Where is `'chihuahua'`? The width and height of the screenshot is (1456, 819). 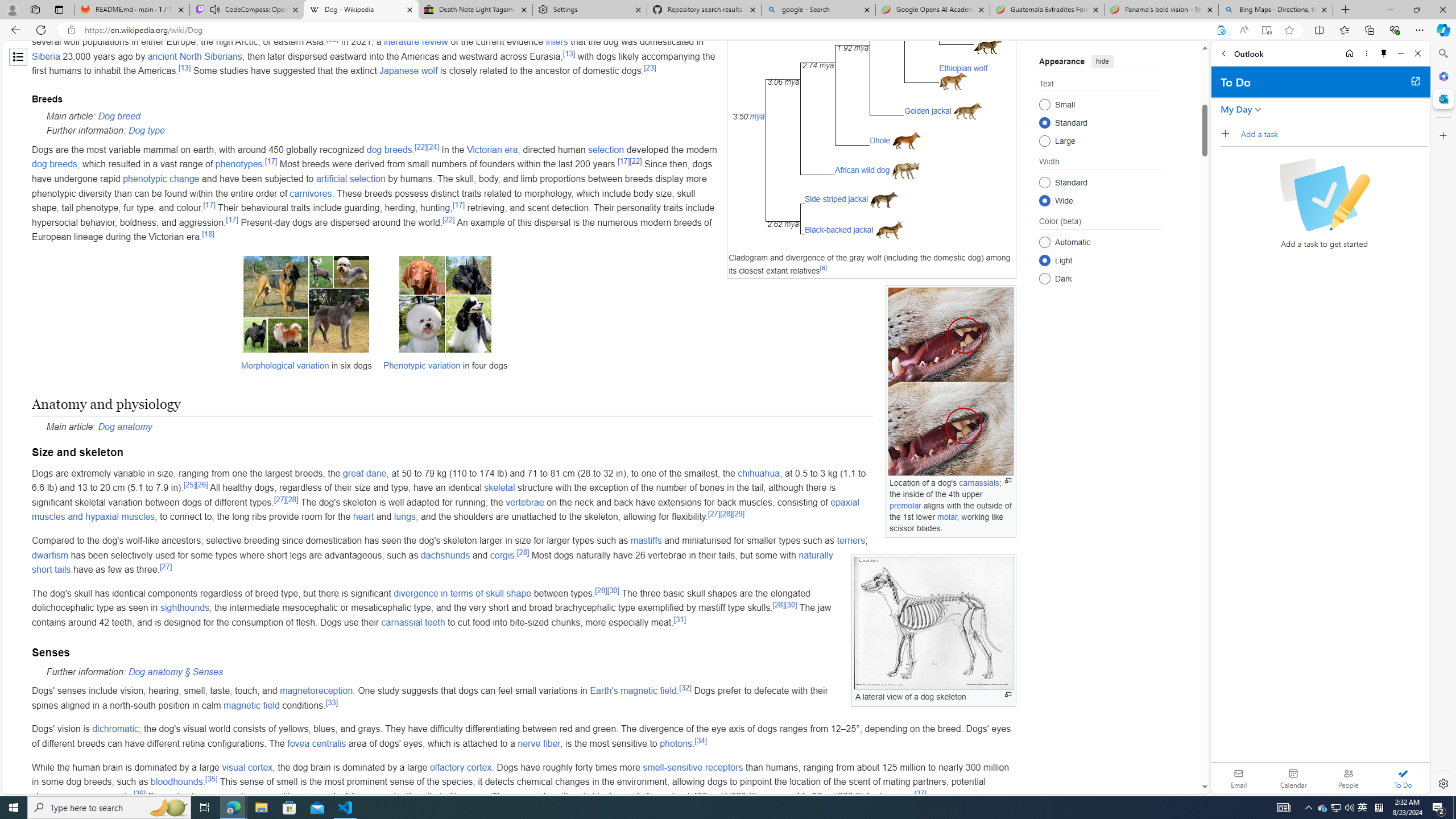
'chihuahua' is located at coordinates (759, 473).